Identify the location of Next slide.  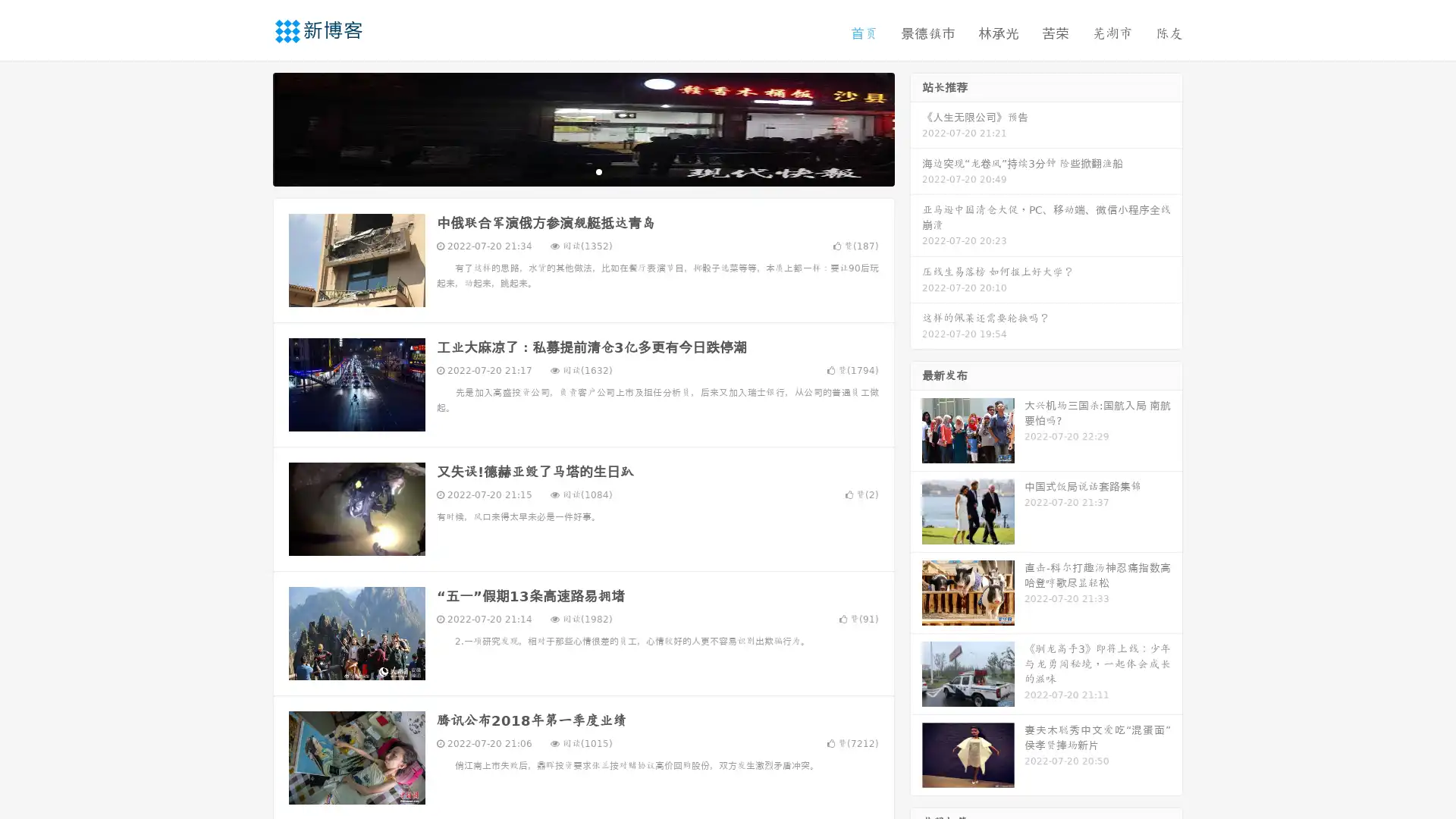
(916, 127).